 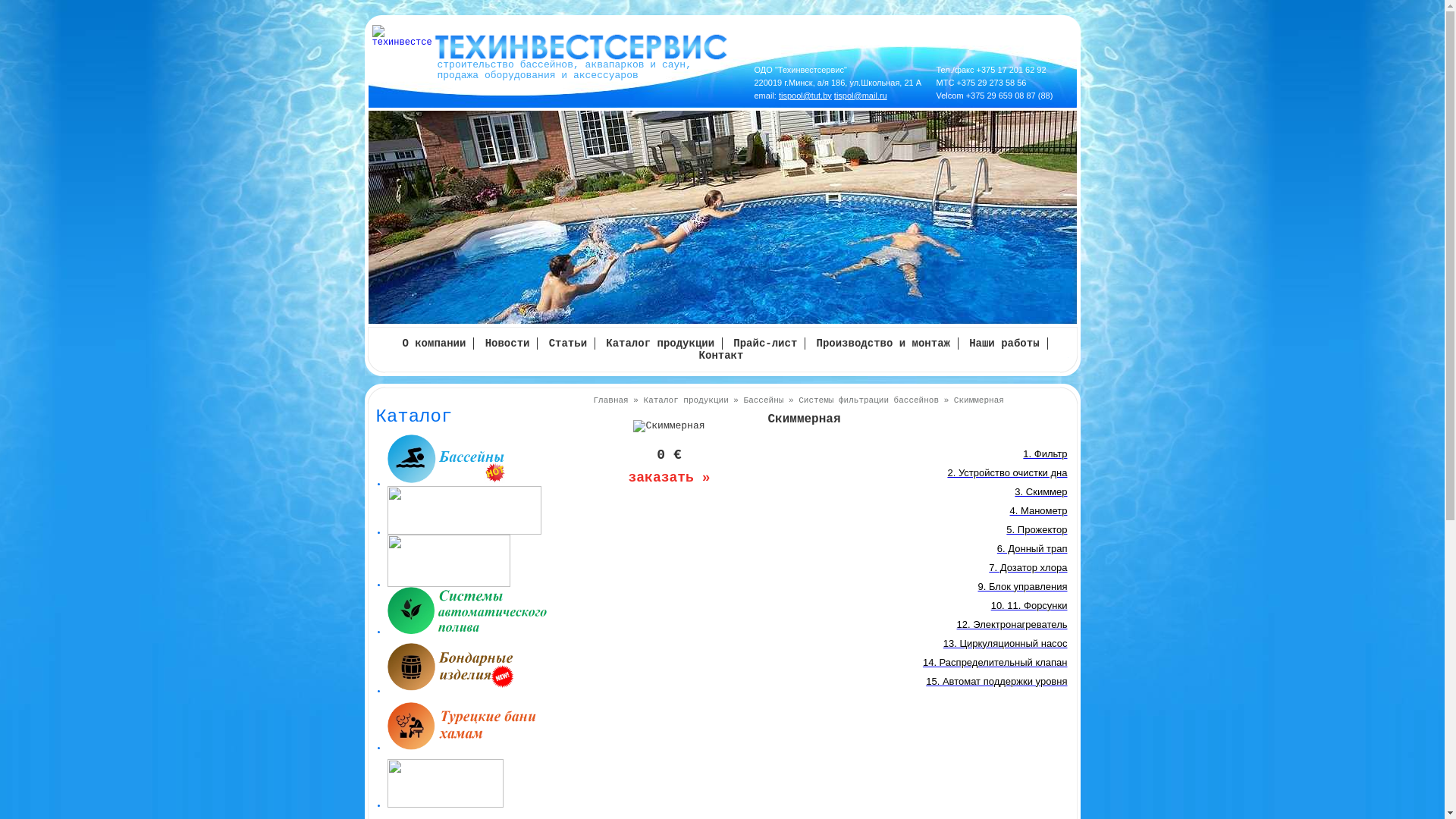 What do you see at coordinates (804, 96) in the screenshot?
I see `'tispool@tut.by'` at bounding box center [804, 96].